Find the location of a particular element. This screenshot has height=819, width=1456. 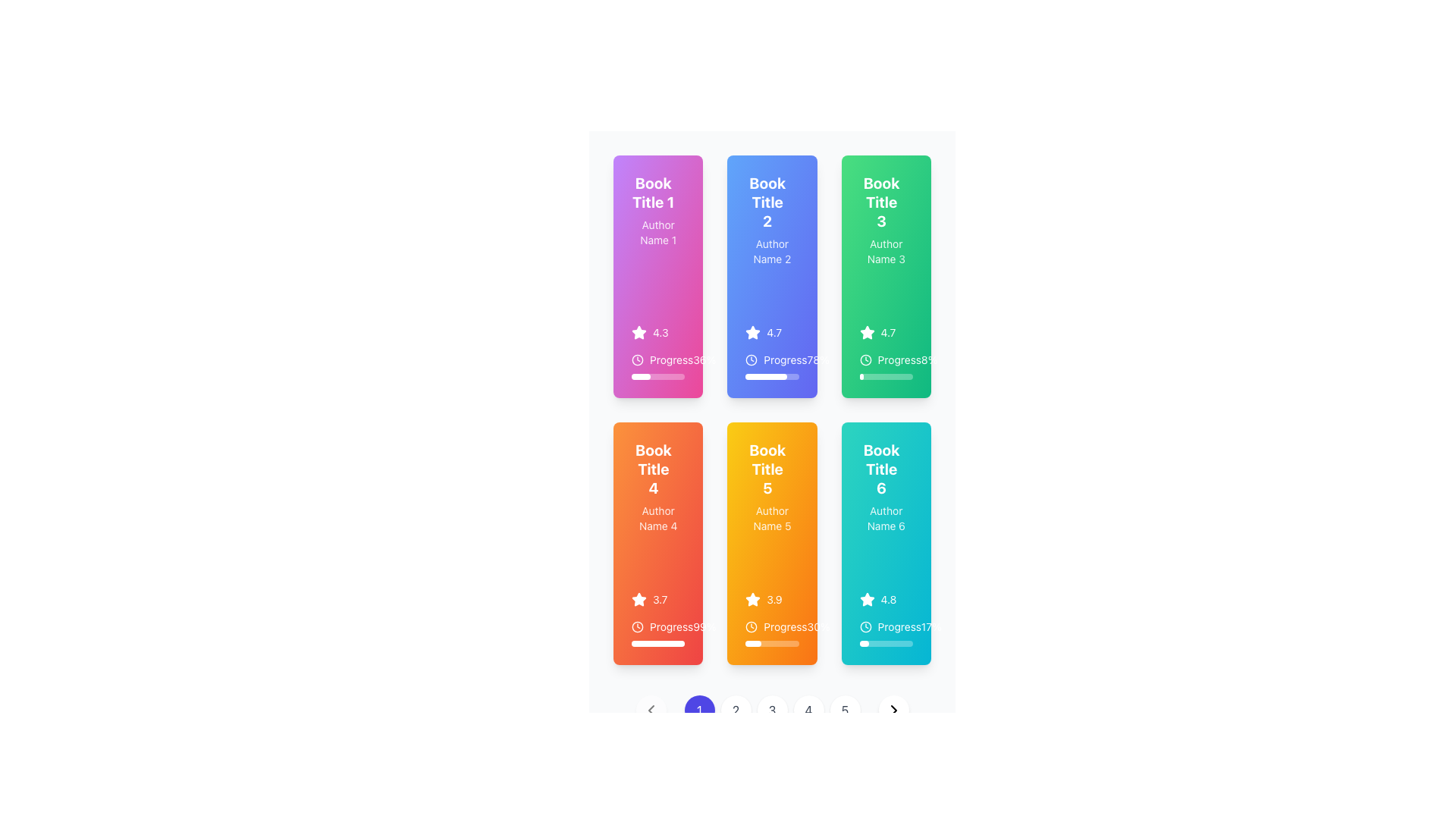

the star-shaped icon that represents a rating symbol for the associated book, located to the left of the numeric rating value '4.7' is located at coordinates (867, 332).